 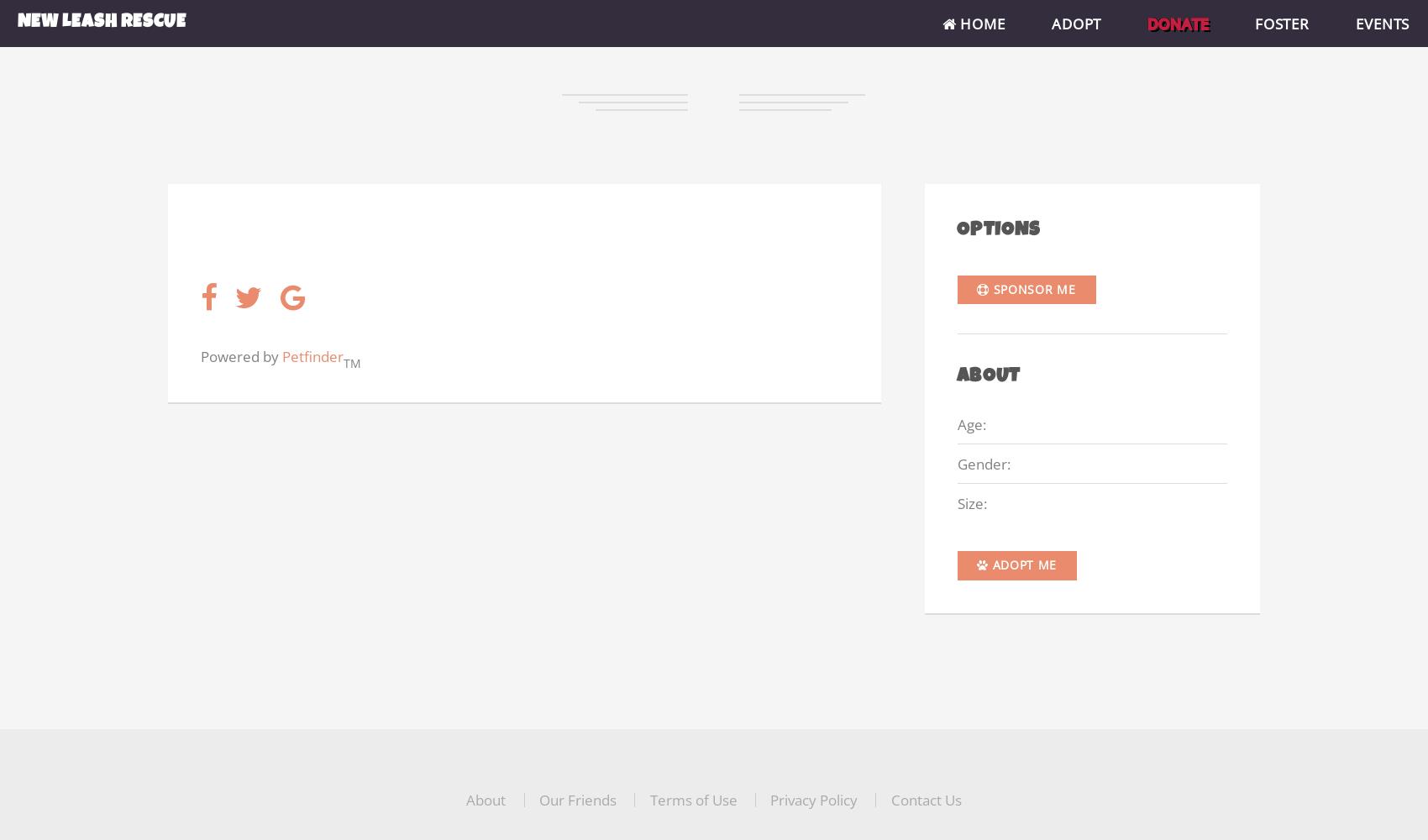 I want to click on 'Gender:', so click(x=983, y=463).